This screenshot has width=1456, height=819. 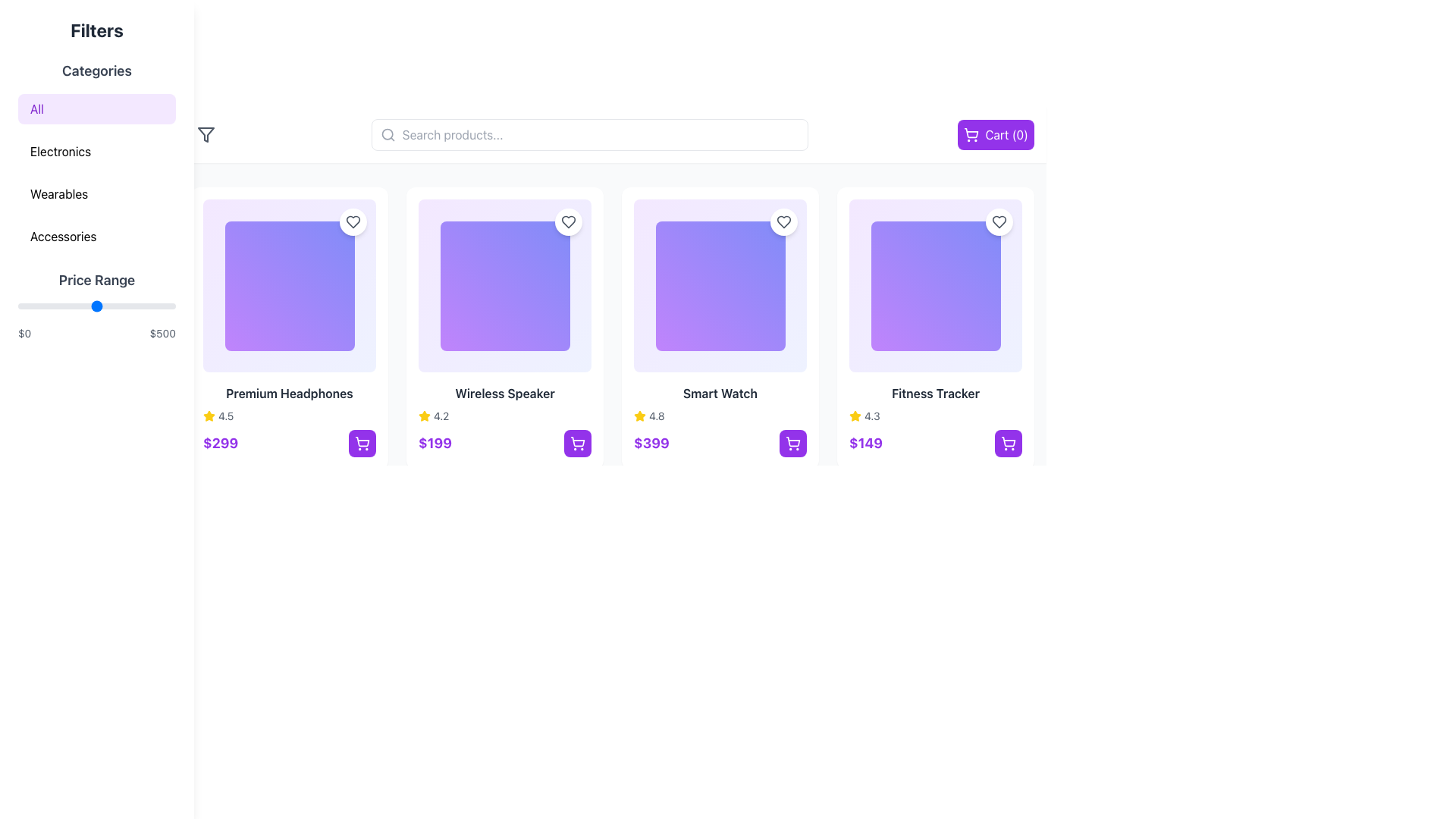 I want to click on the heart-shaped icon located in the top-right corner of the card for the 'Wireless Speaker' product, so click(x=567, y=222).